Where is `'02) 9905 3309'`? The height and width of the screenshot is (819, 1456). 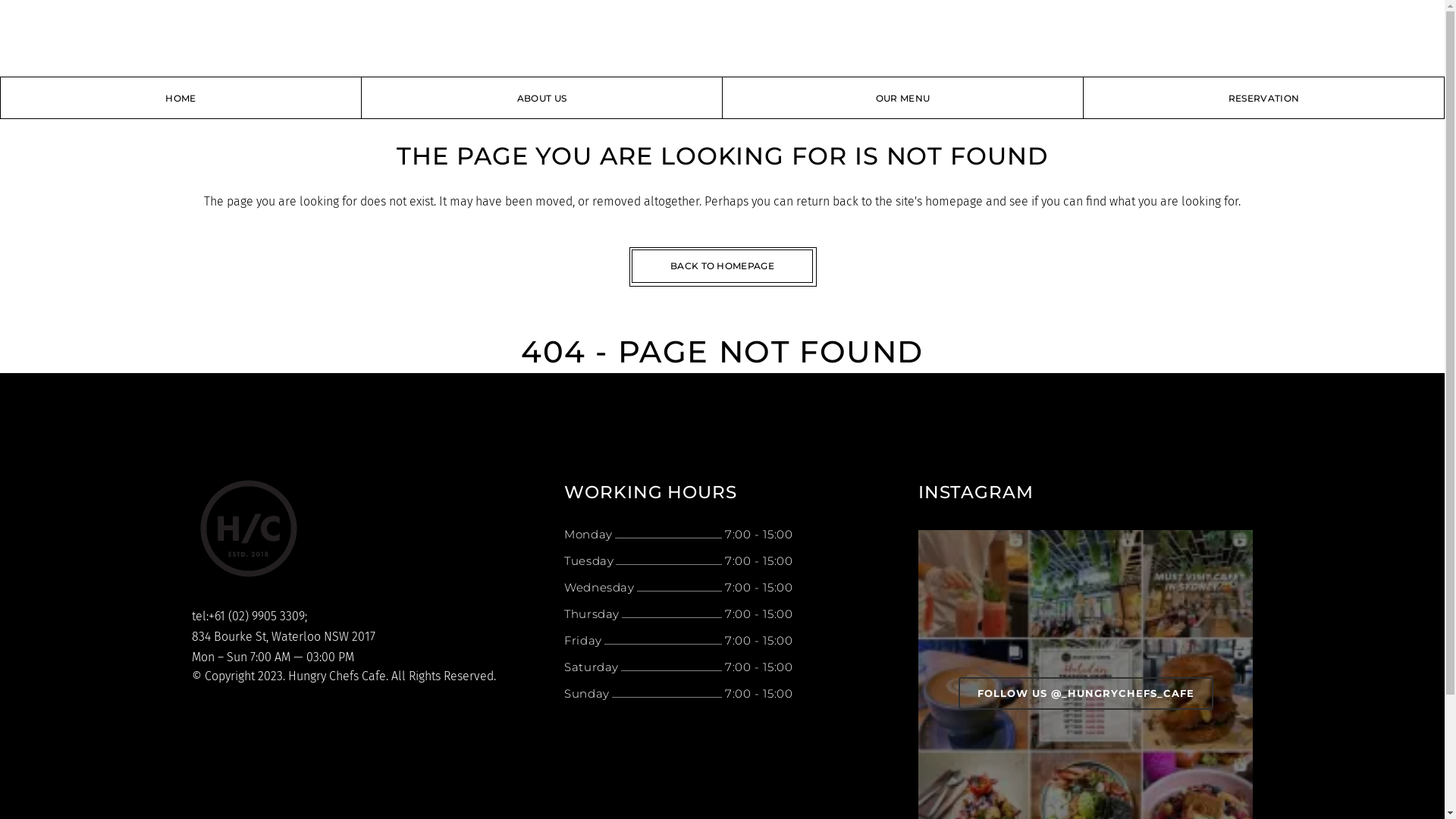
'02) 9905 3309' is located at coordinates (268, 616).